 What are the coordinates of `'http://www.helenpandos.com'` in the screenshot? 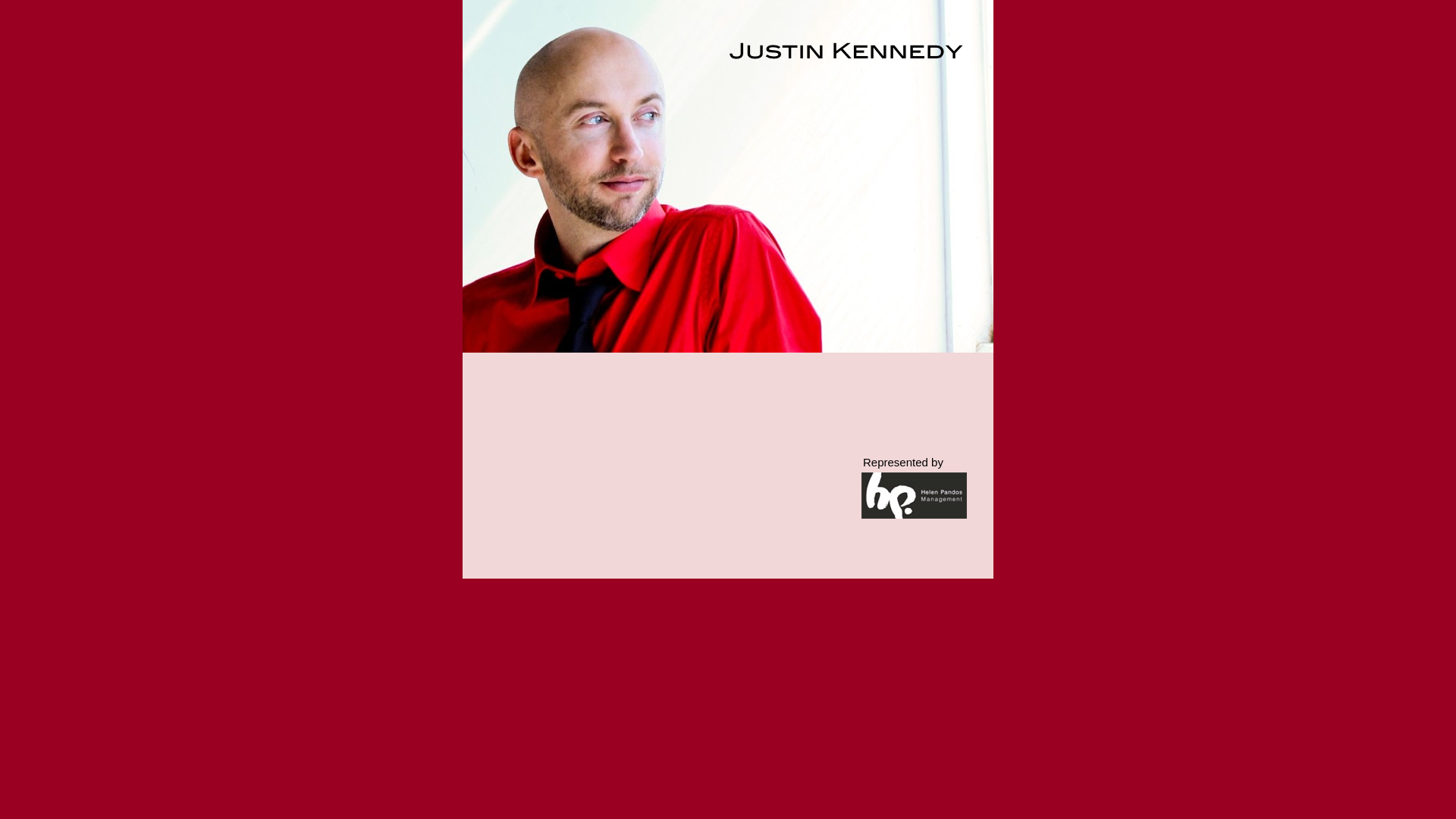 It's located at (913, 513).